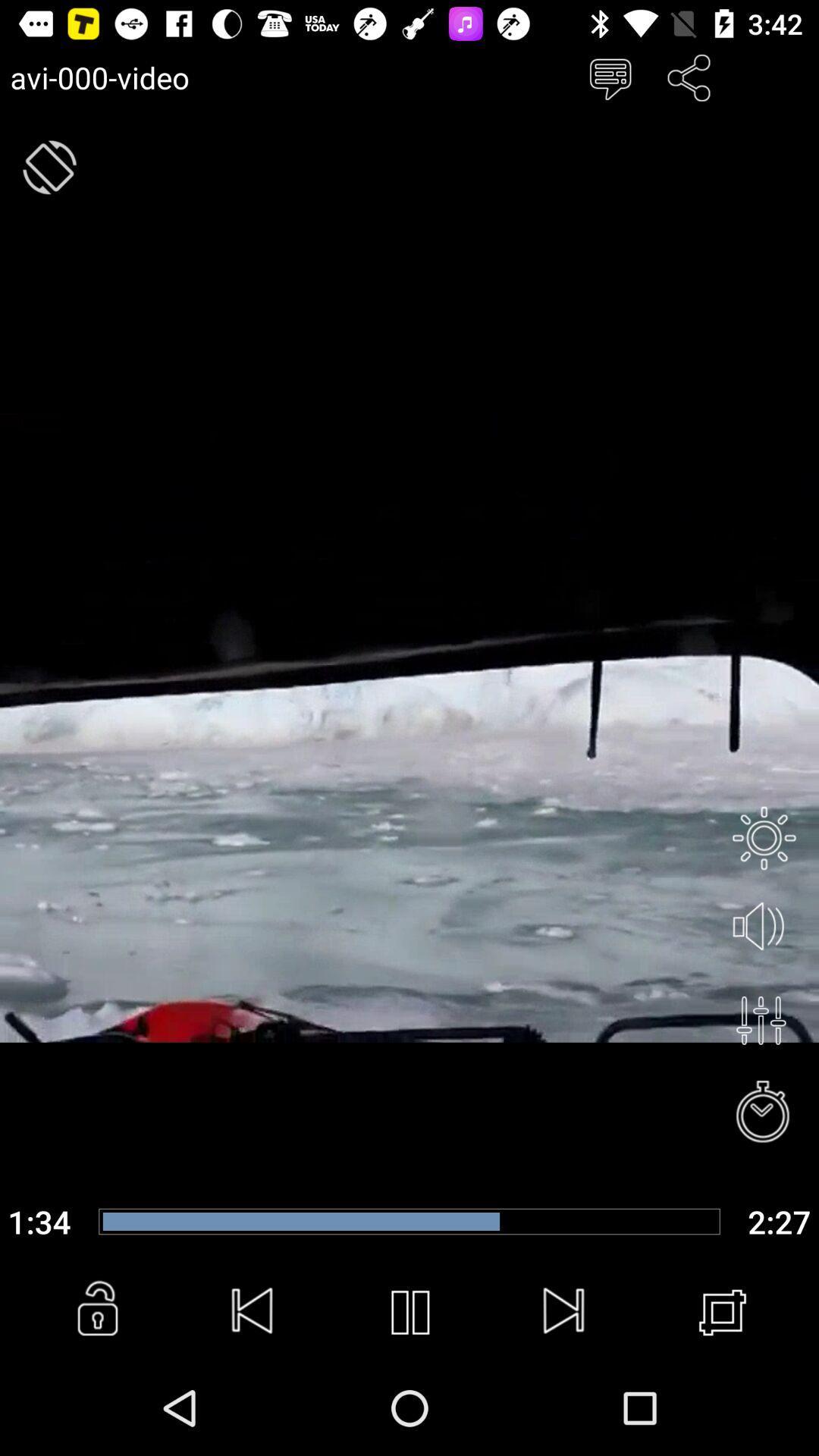 The height and width of the screenshot is (1456, 819). Describe the element at coordinates (97, 1312) in the screenshot. I see `lock` at that location.